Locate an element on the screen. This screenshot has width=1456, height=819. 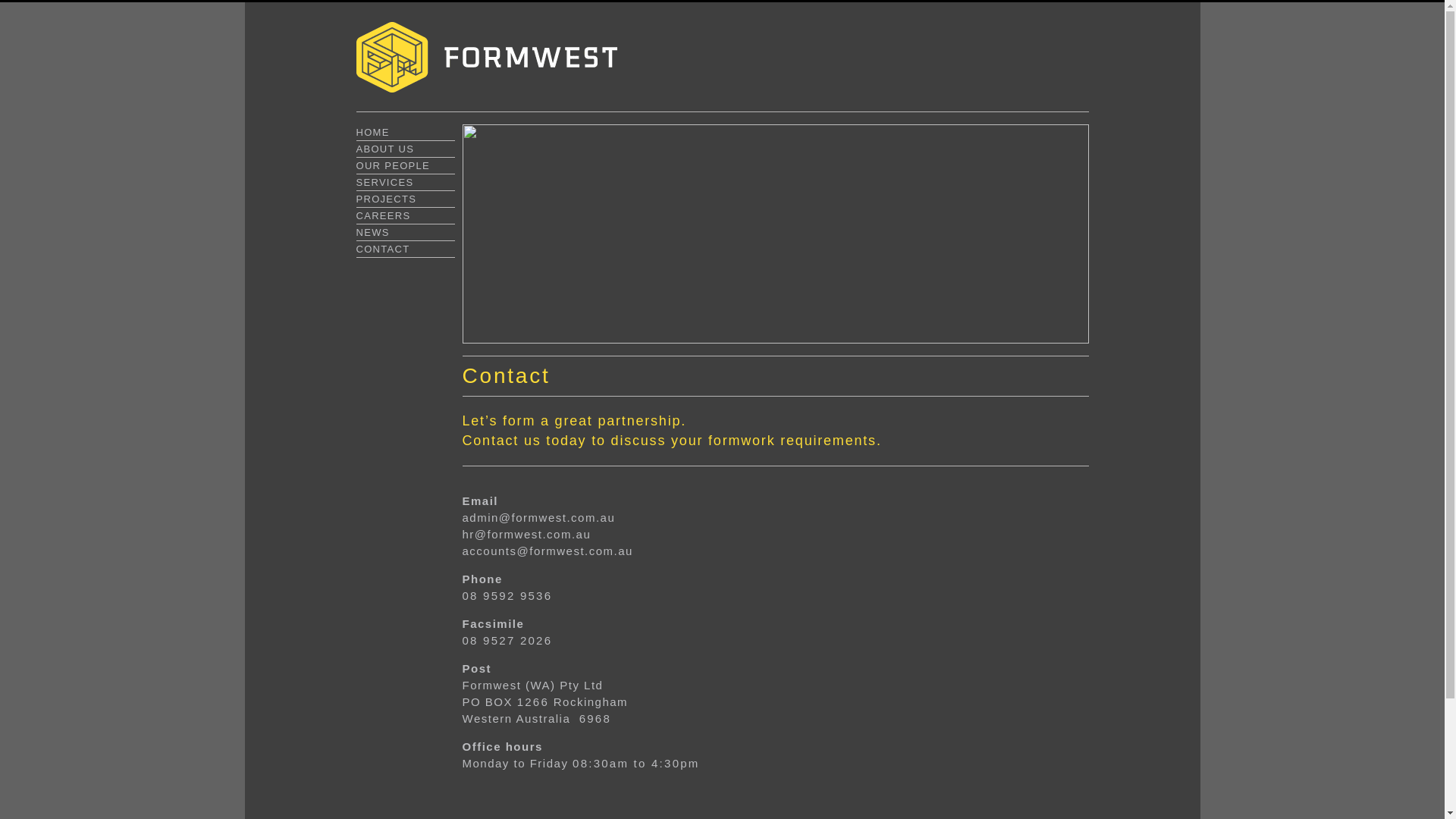
'CAREERS' is located at coordinates (383, 213).